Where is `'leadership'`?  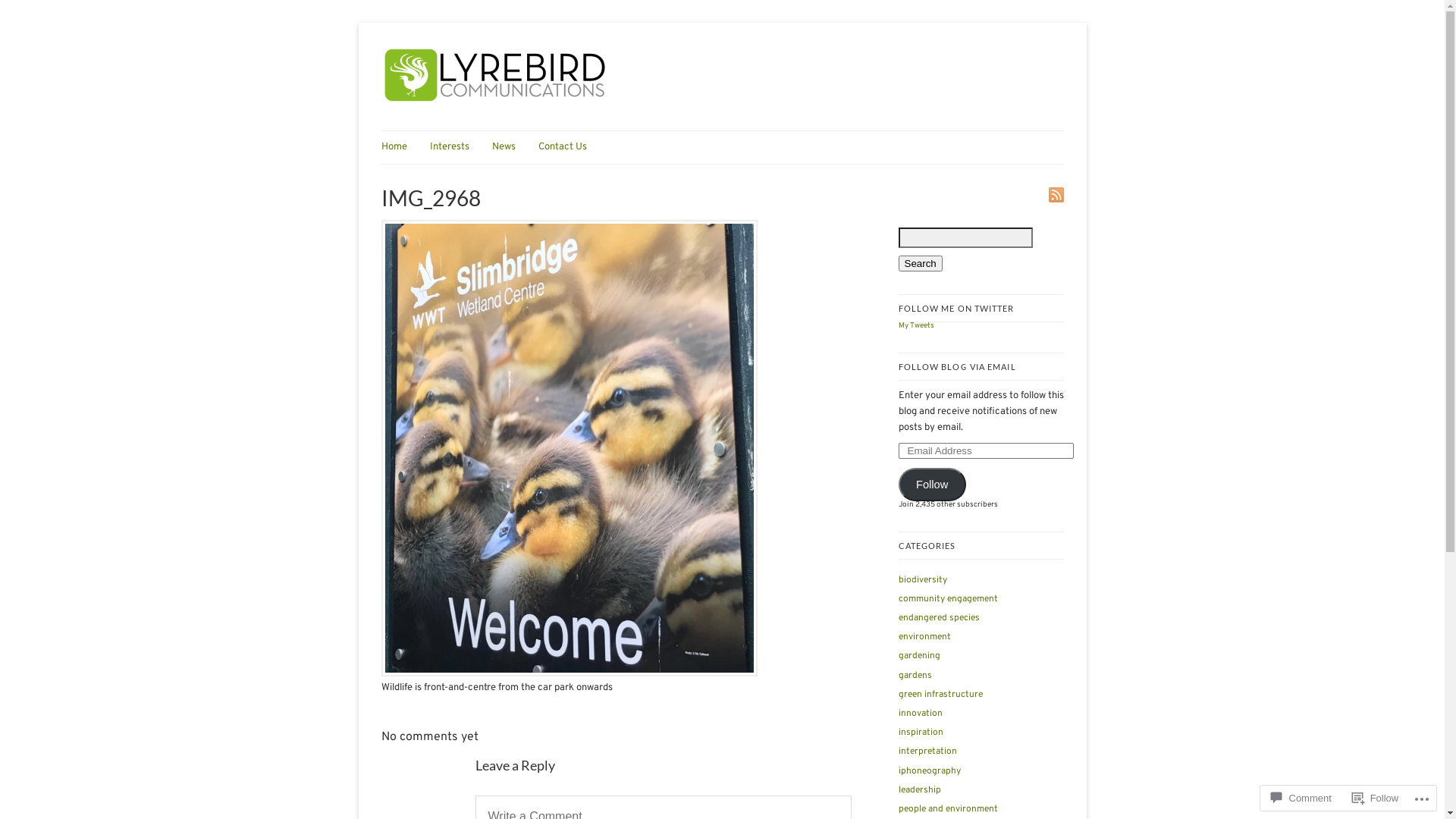
'leadership' is located at coordinates (918, 789).